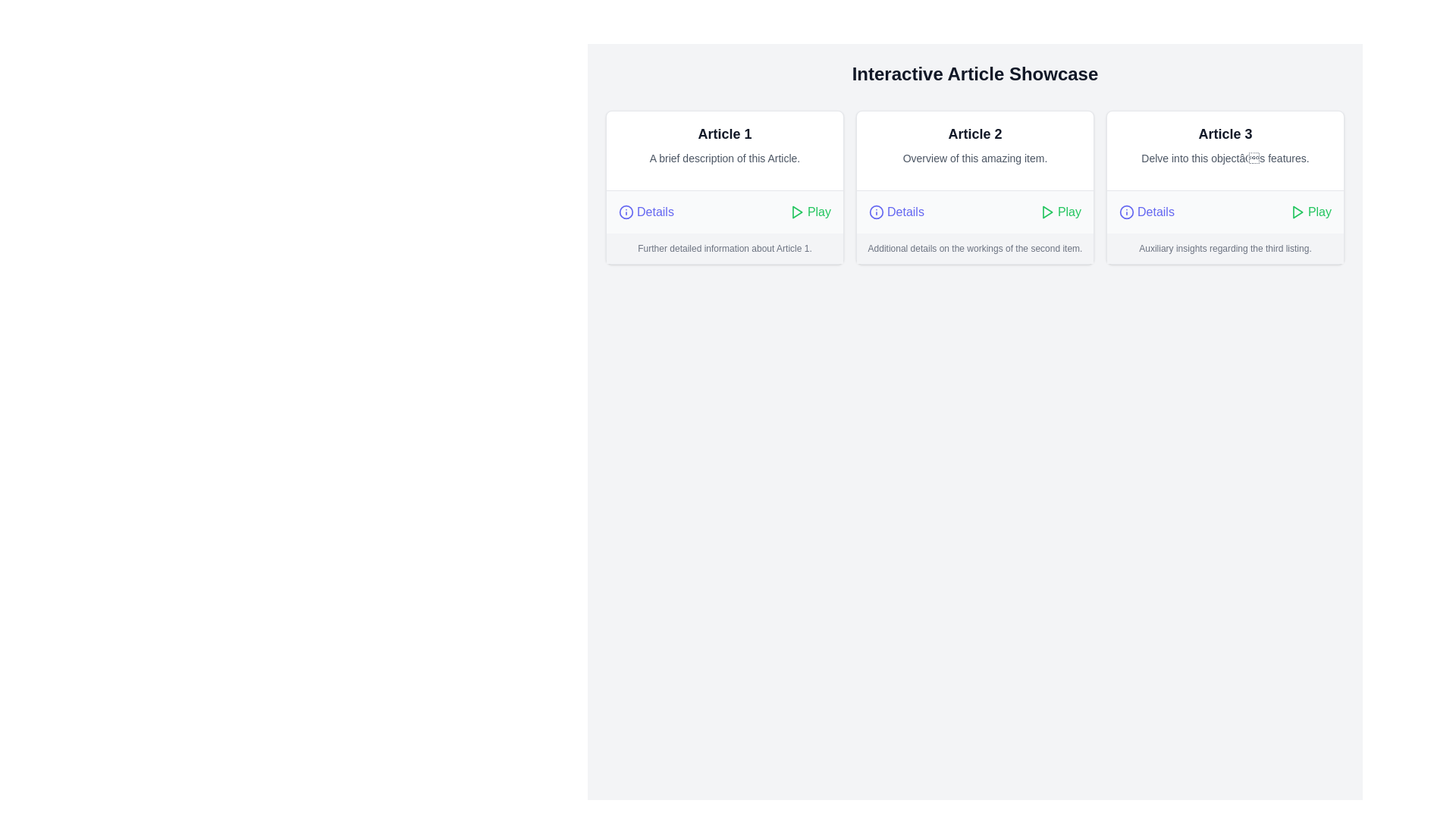 The height and width of the screenshot is (819, 1456). Describe the element at coordinates (1225, 158) in the screenshot. I see `the static text located in the third card from the left, positioned beneath the heading 'Article 3'` at that location.